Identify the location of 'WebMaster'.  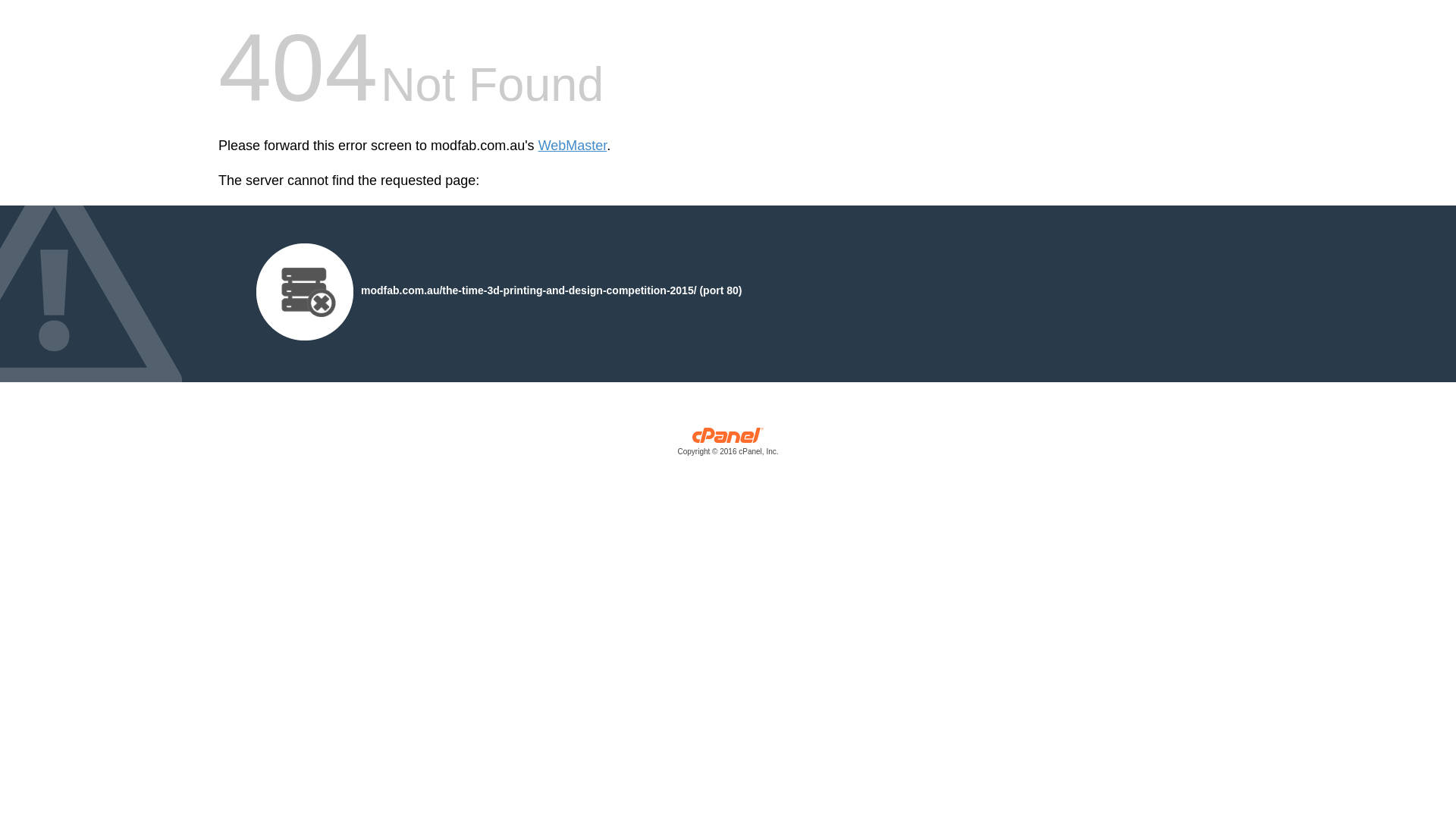
(572, 146).